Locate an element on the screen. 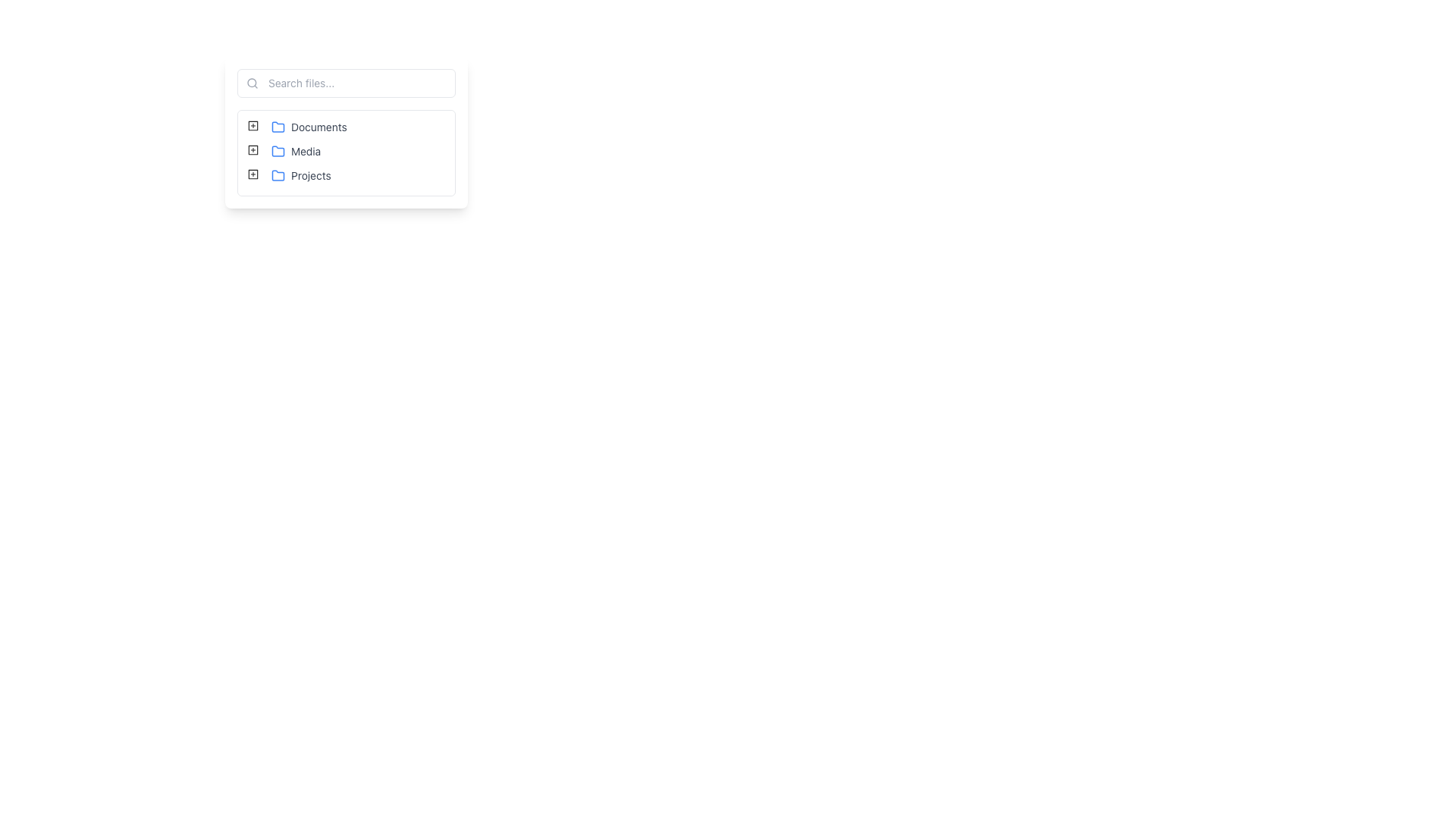 This screenshot has height=819, width=1456. the blue folder icon associated with the 'Media' label is located at coordinates (278, 151).